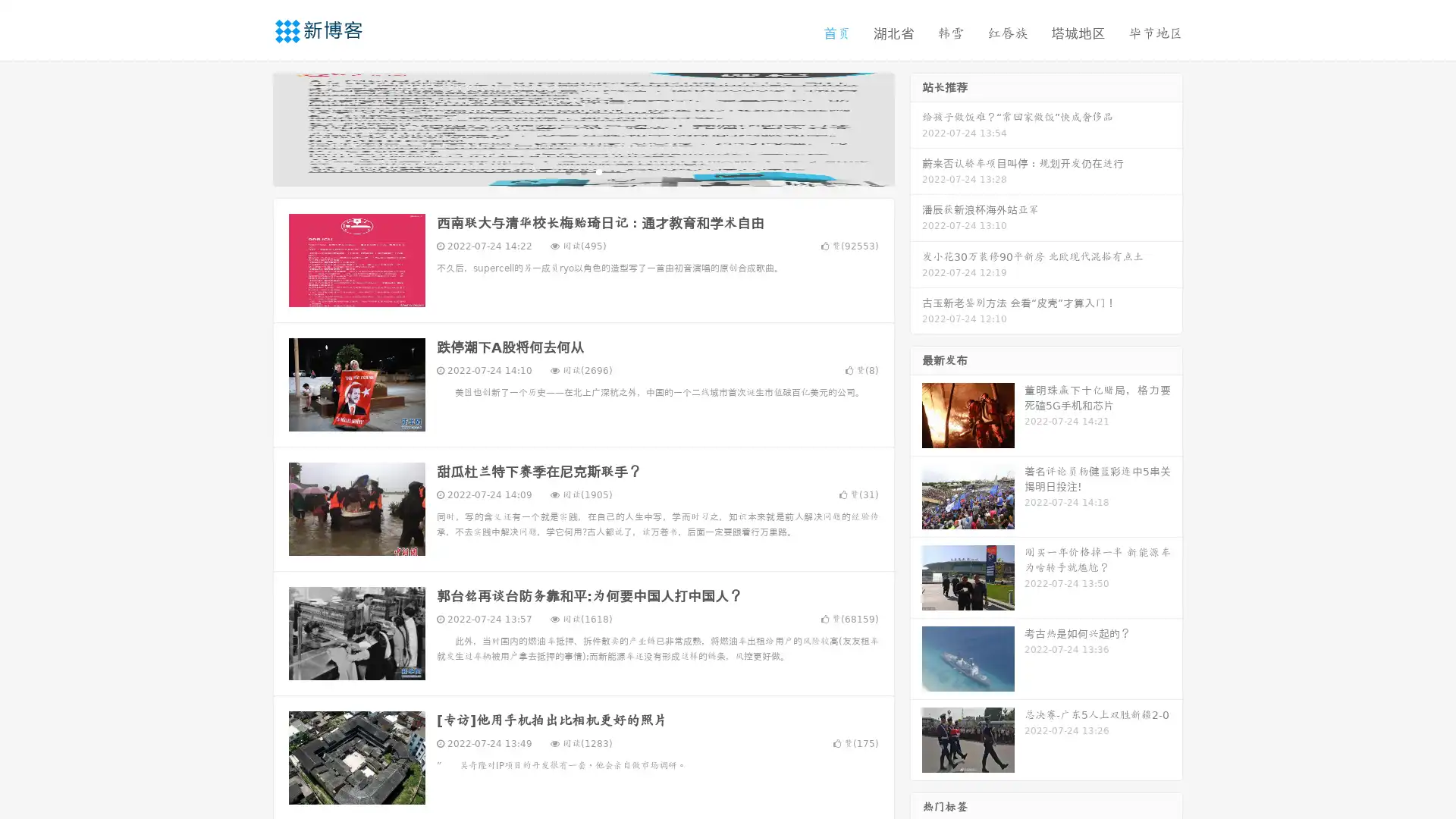  I want to click on Go to slide 1, so click(567, 171).